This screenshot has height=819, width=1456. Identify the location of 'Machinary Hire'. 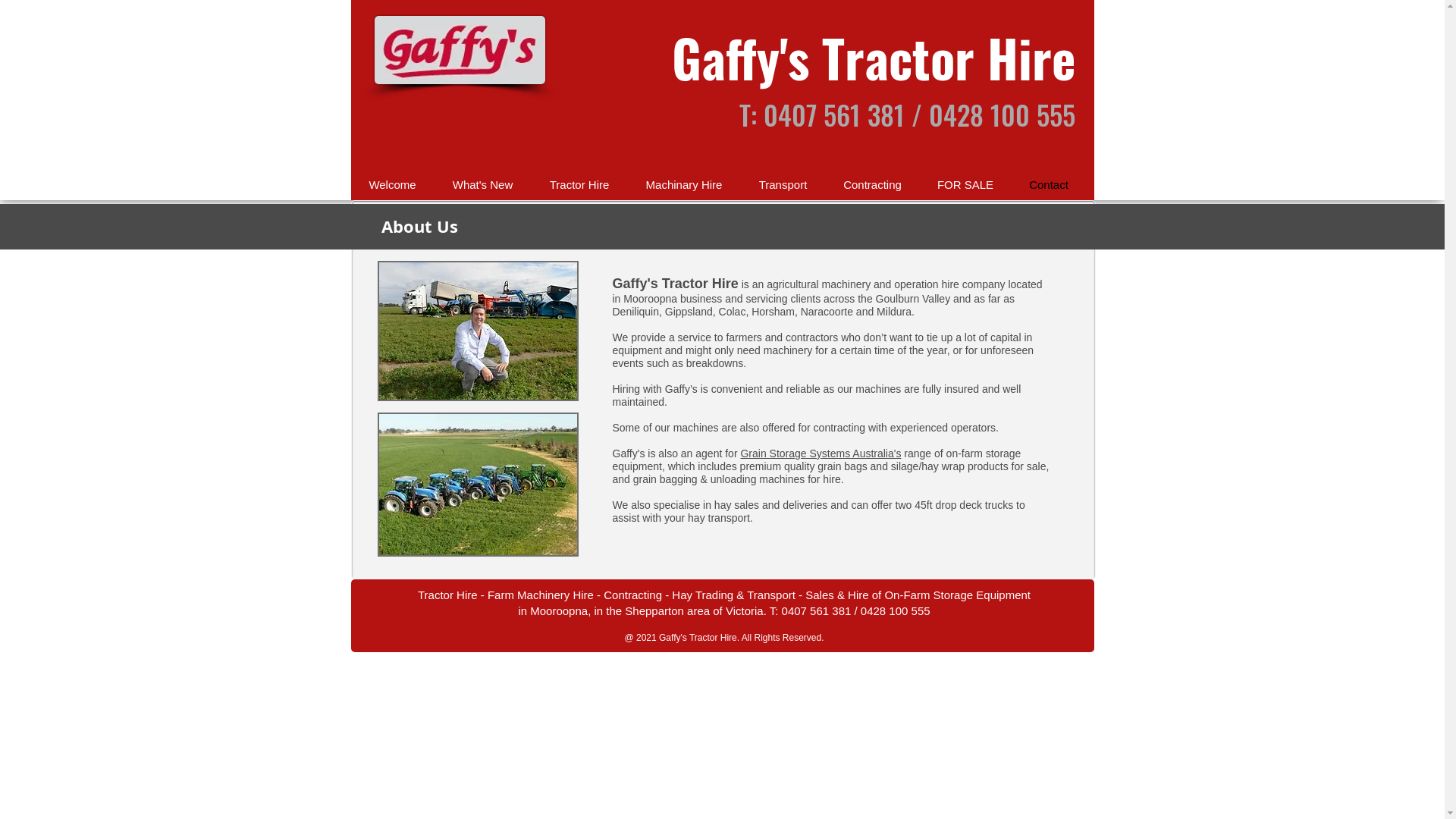
(683, 184).